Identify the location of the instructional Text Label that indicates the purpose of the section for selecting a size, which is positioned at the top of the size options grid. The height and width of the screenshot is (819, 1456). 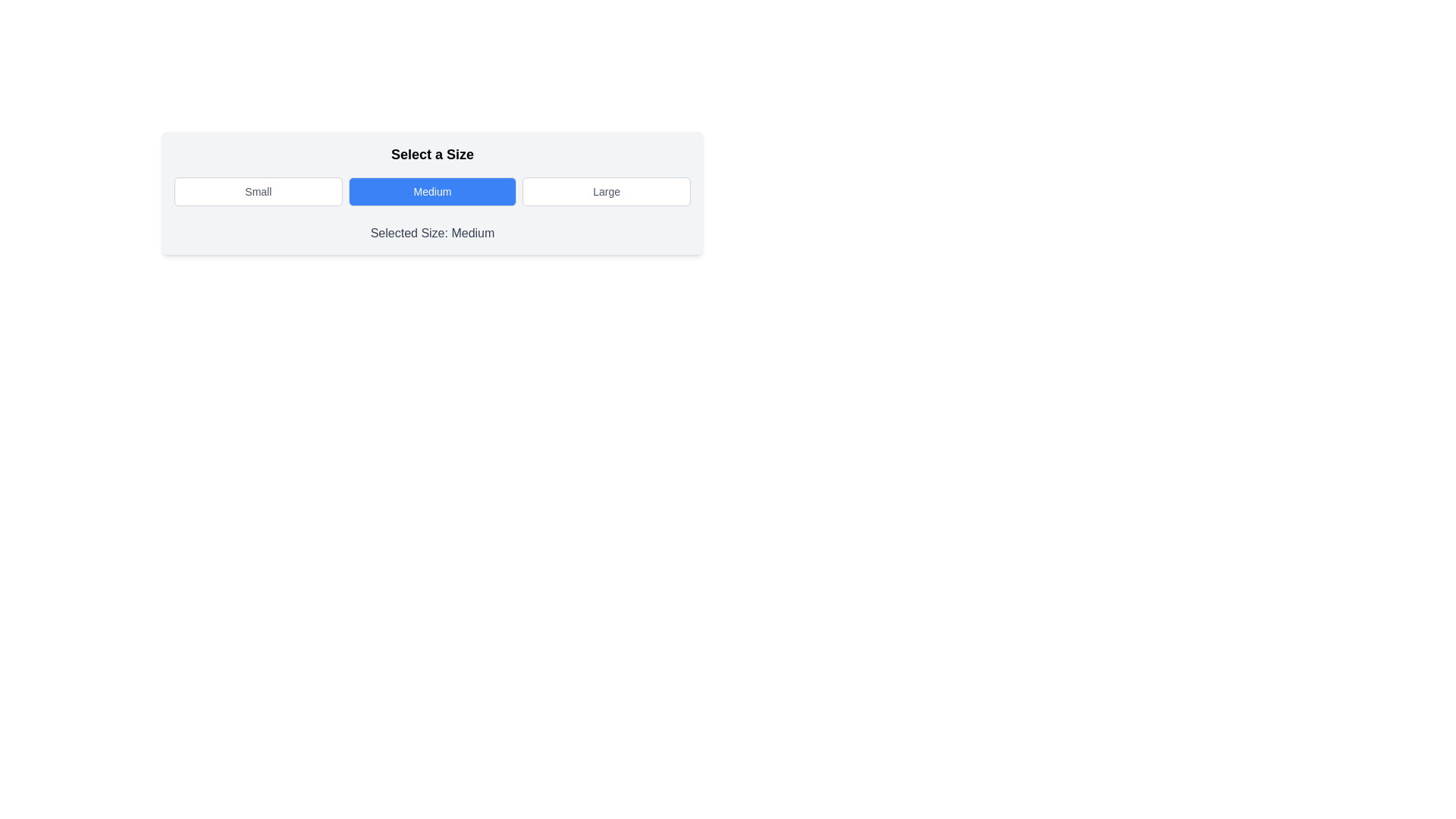
(431, 155).